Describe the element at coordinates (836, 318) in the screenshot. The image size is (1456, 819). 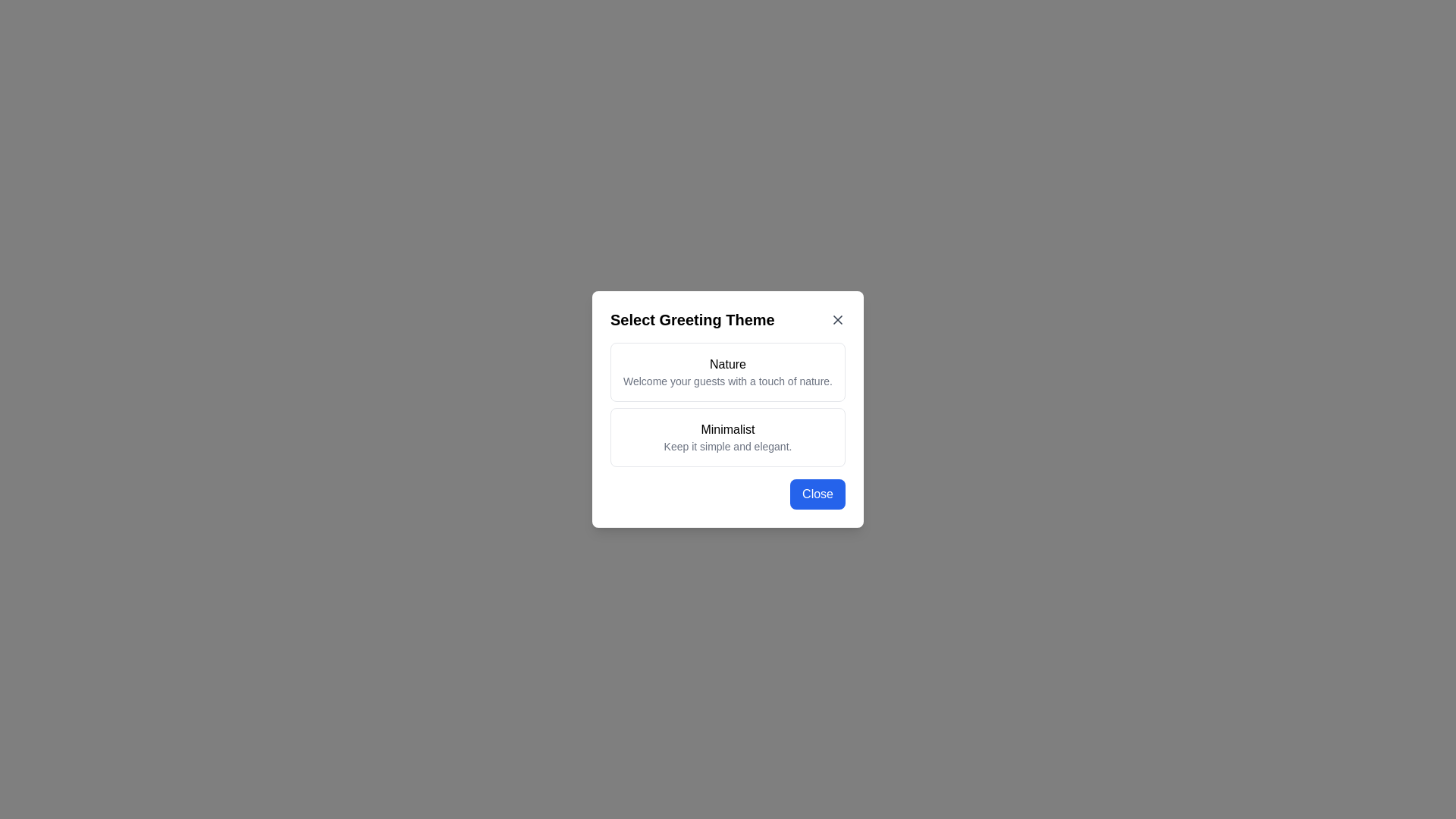
I see `the Icon Button located to the far right of the 'Select Greeting Theme' text in the modal dialog header` at that location.